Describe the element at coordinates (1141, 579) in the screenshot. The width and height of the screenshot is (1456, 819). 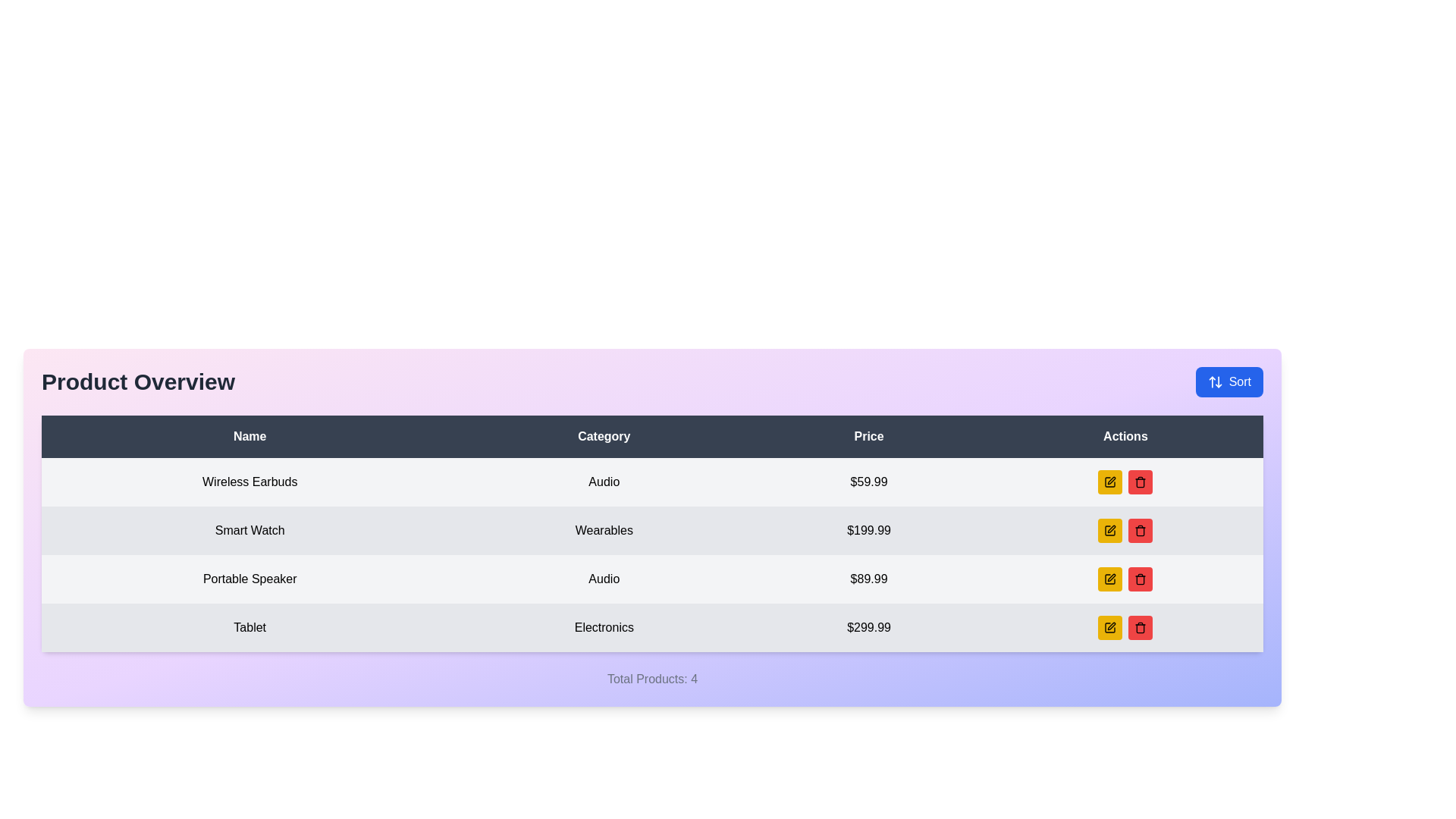
I see `the delete button located in the fourth row of the 'Actions' column in the table, which is the second button to the right of the yellow 'edit' button` at that location.